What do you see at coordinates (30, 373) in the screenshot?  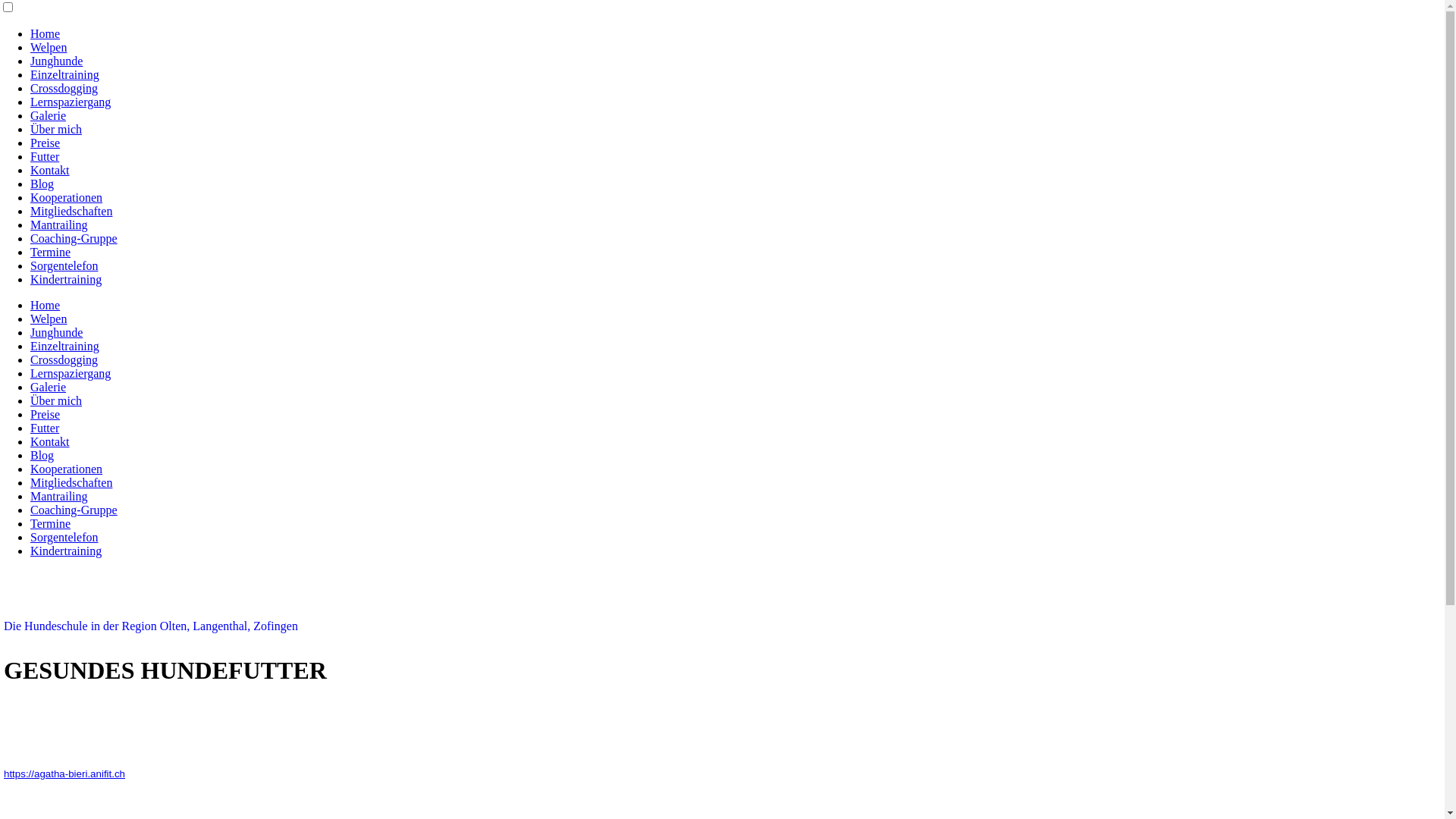 I see `'Lernspaziergang'` at bounding box center [30, 373].